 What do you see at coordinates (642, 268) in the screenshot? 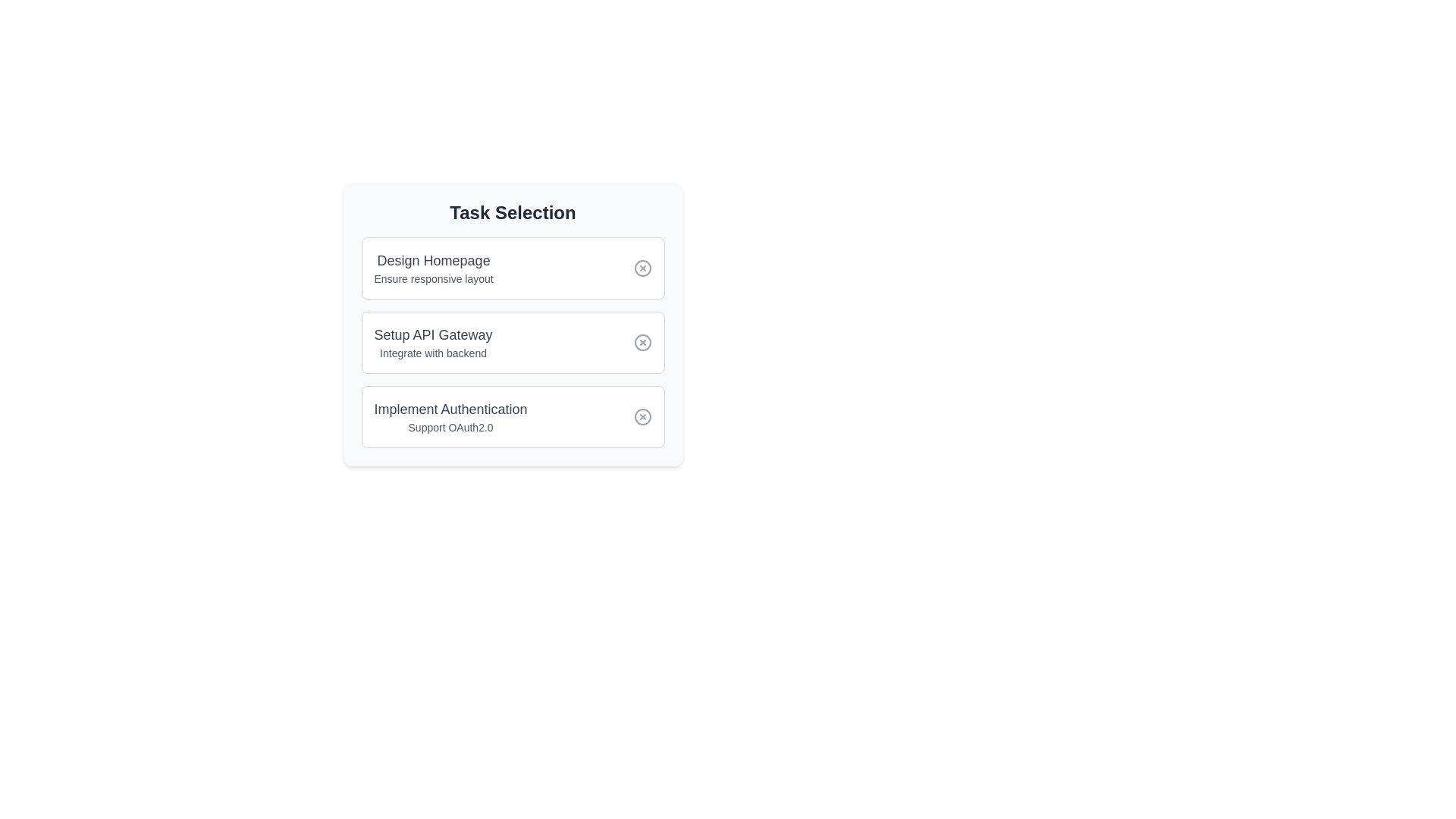
I see `SVG circle element, which is part of a circular icon in the task card labeled 'Design Homepage', located at the top-right corner of the card` at bounding box center [642, 268].